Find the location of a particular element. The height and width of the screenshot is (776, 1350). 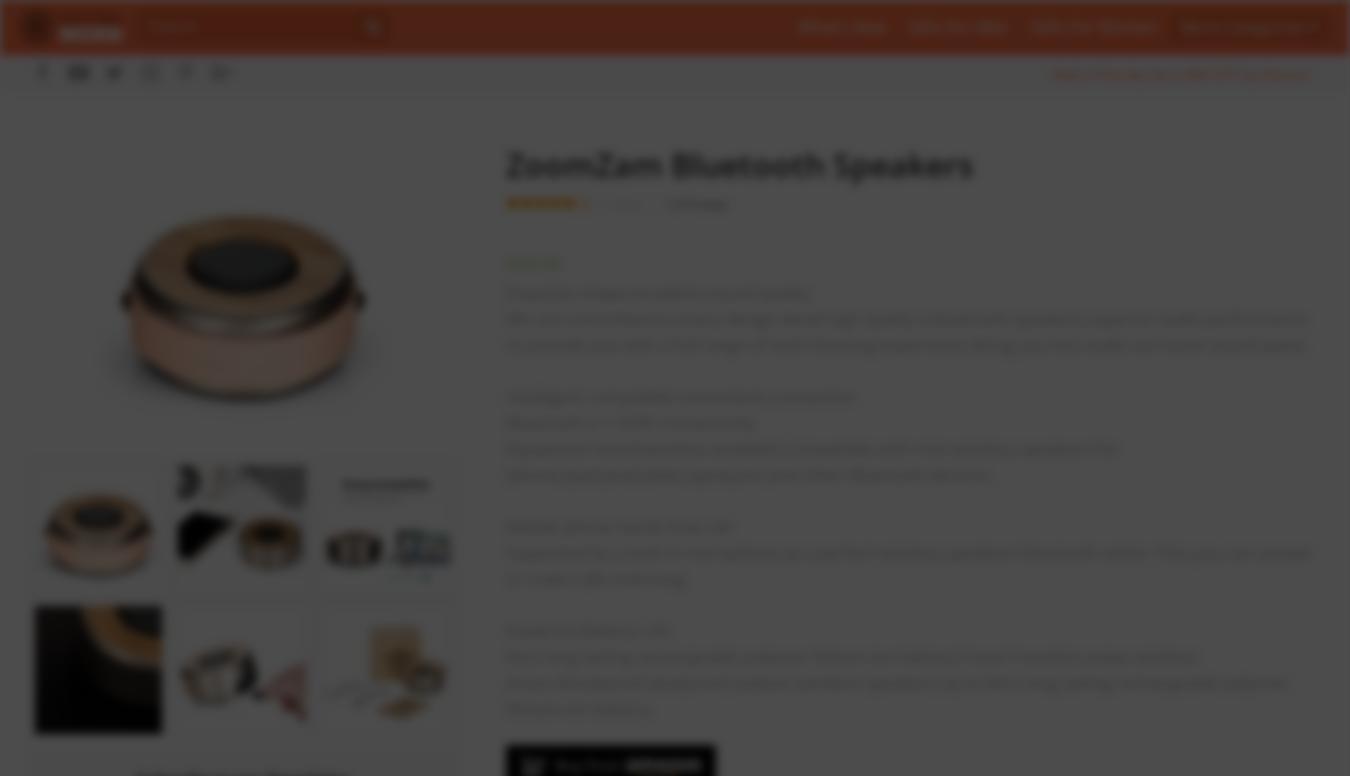

'ZoomZam Bluetooth Speakers' is located at coordinates (504, 163).